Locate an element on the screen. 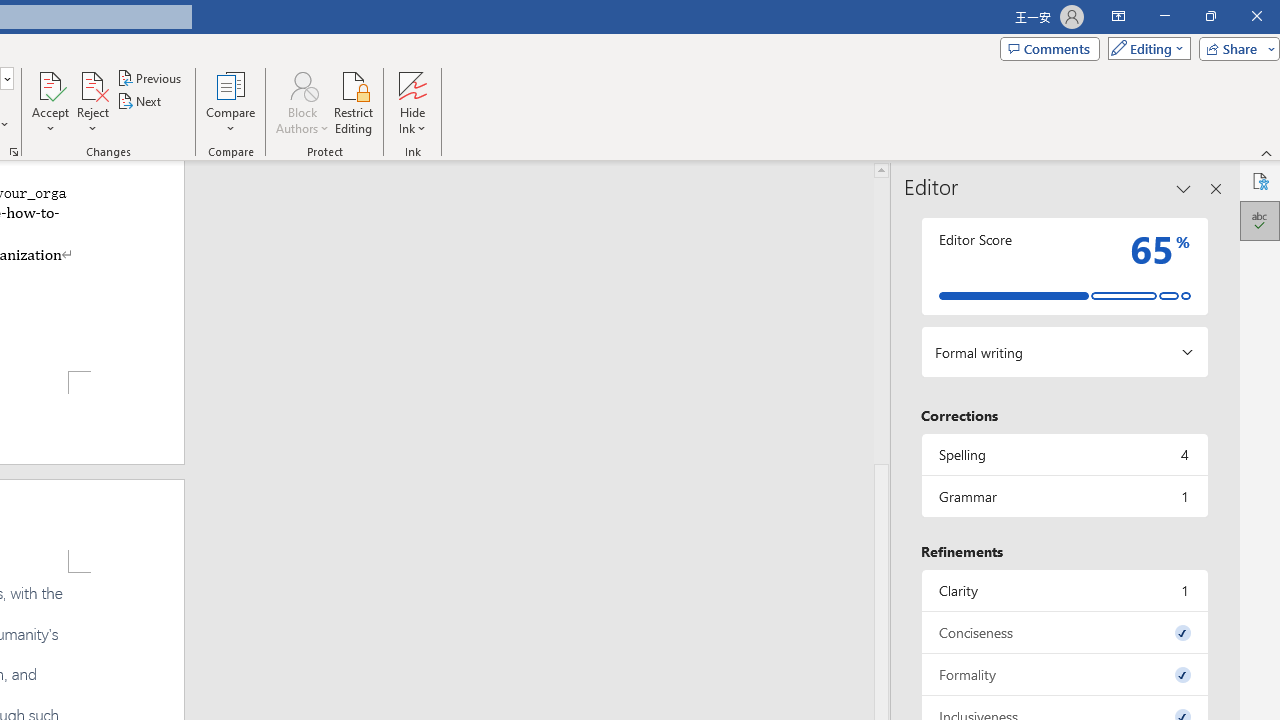  'Hide Ink' is located at coordinates (411, 84).